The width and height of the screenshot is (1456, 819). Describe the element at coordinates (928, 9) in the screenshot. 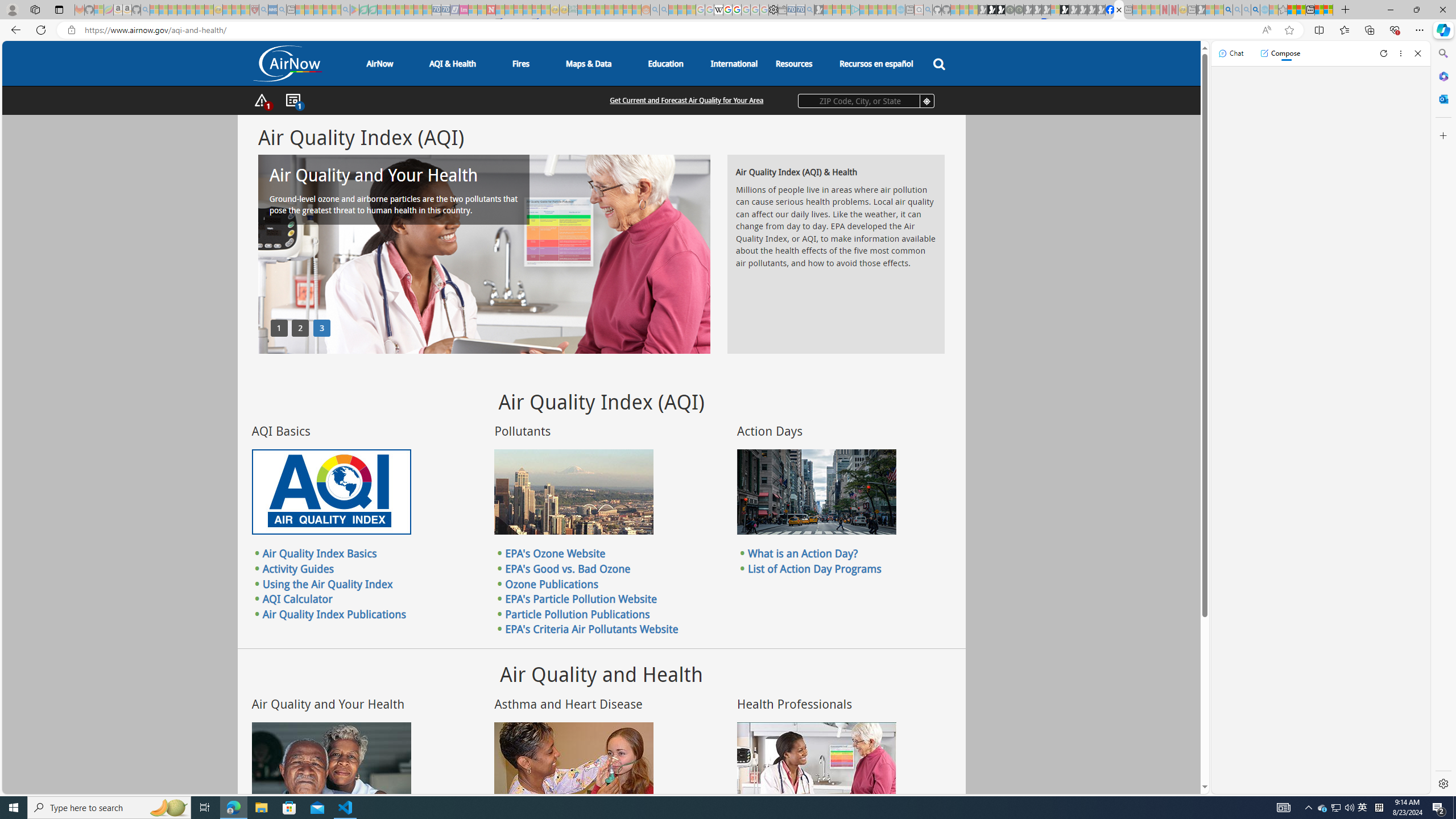

I see `'github - Search - Sleeping'` at that location.